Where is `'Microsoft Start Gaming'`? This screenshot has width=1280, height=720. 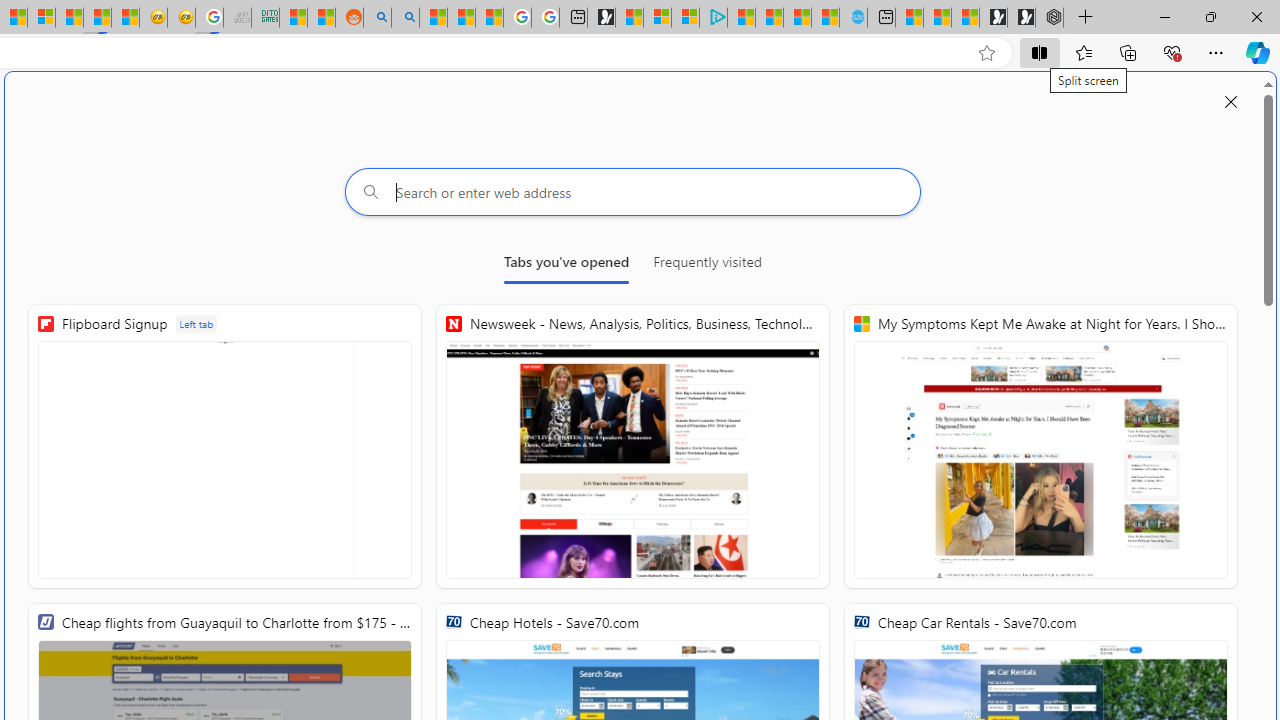
'Microsoft Start Gaming' is located at coordinates (600, 17).